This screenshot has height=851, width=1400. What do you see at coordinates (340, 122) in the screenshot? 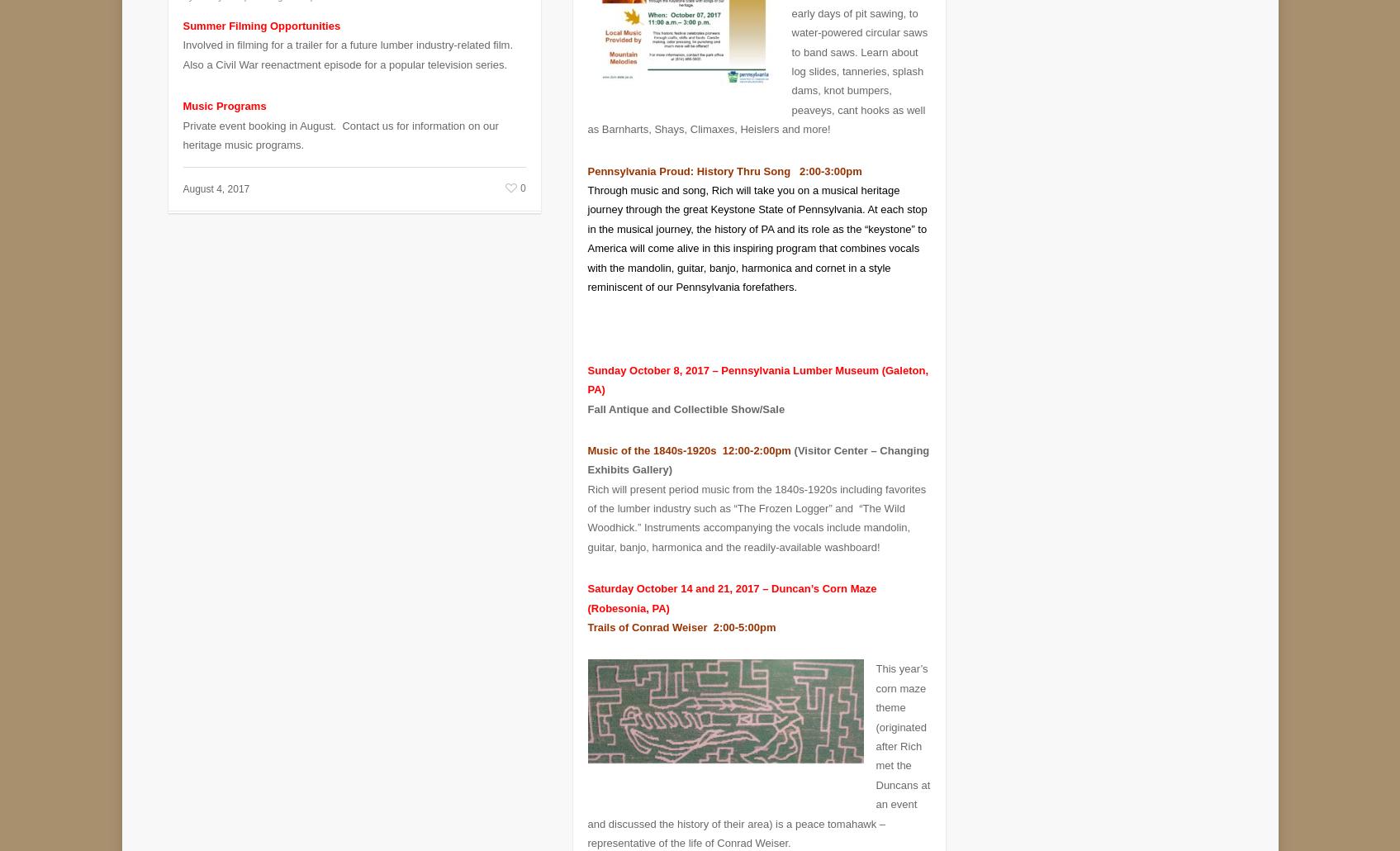
I see `'Private event booking in August.  Contact us for information on our heritage music programs.'` at bounding box center [340, 122].